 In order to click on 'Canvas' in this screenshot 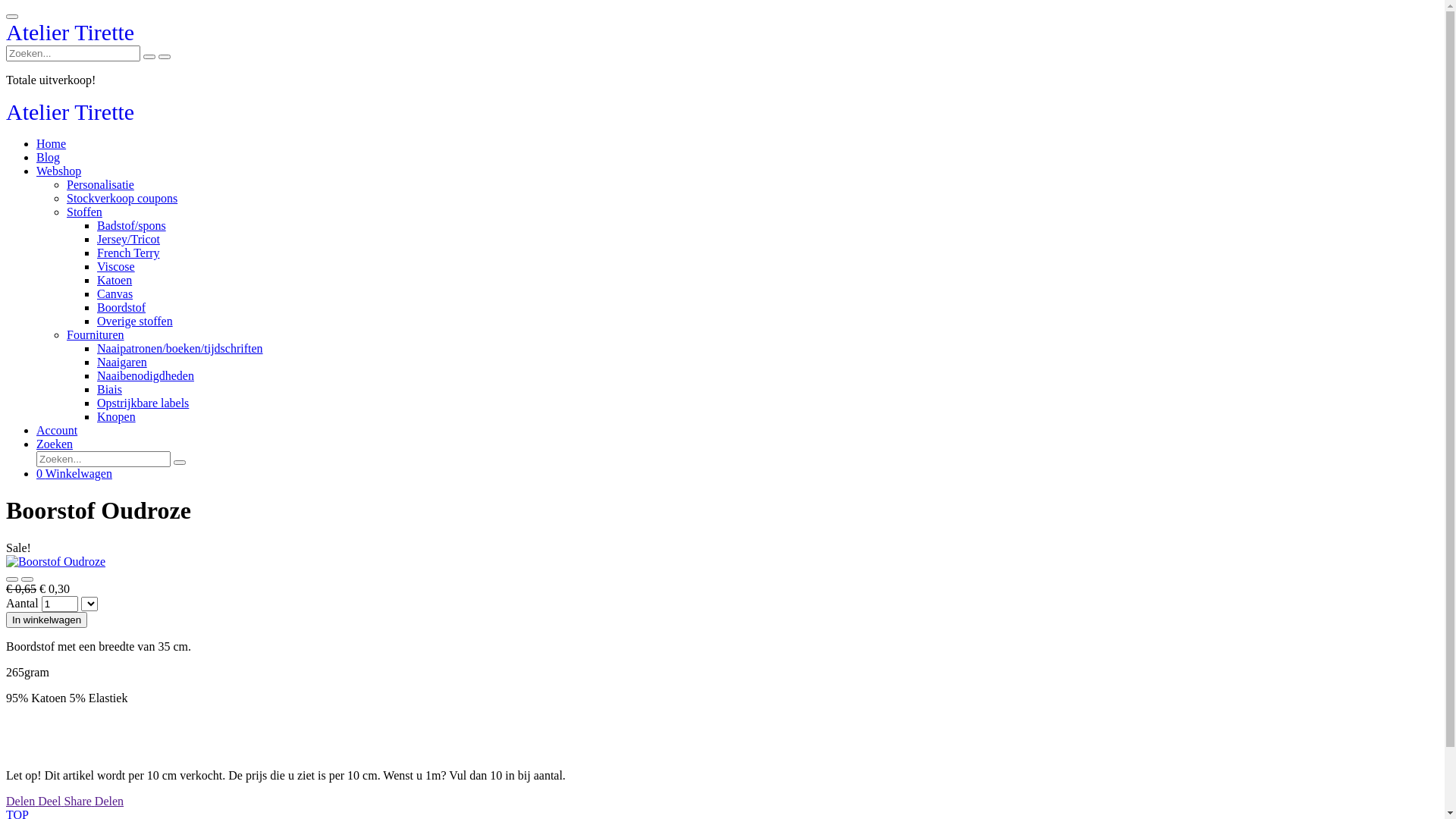, I will do `click(114, 293)`.